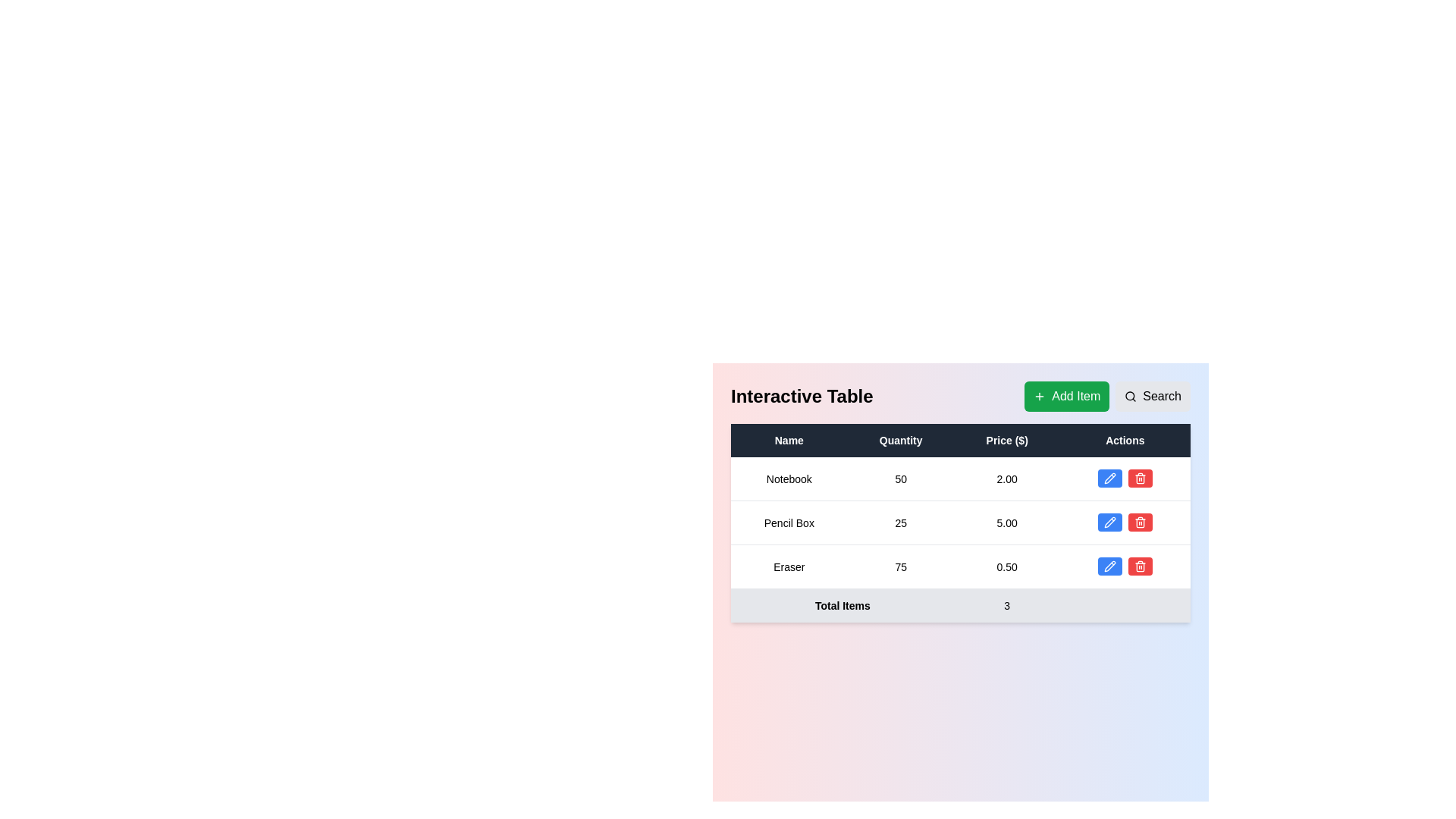  Describe the element at coordinates (901, 566) in the screenshot. I see `the static text label displaying the number '75' located in the 'Quantity' column of the 'Eraser' row in the table` at that location.